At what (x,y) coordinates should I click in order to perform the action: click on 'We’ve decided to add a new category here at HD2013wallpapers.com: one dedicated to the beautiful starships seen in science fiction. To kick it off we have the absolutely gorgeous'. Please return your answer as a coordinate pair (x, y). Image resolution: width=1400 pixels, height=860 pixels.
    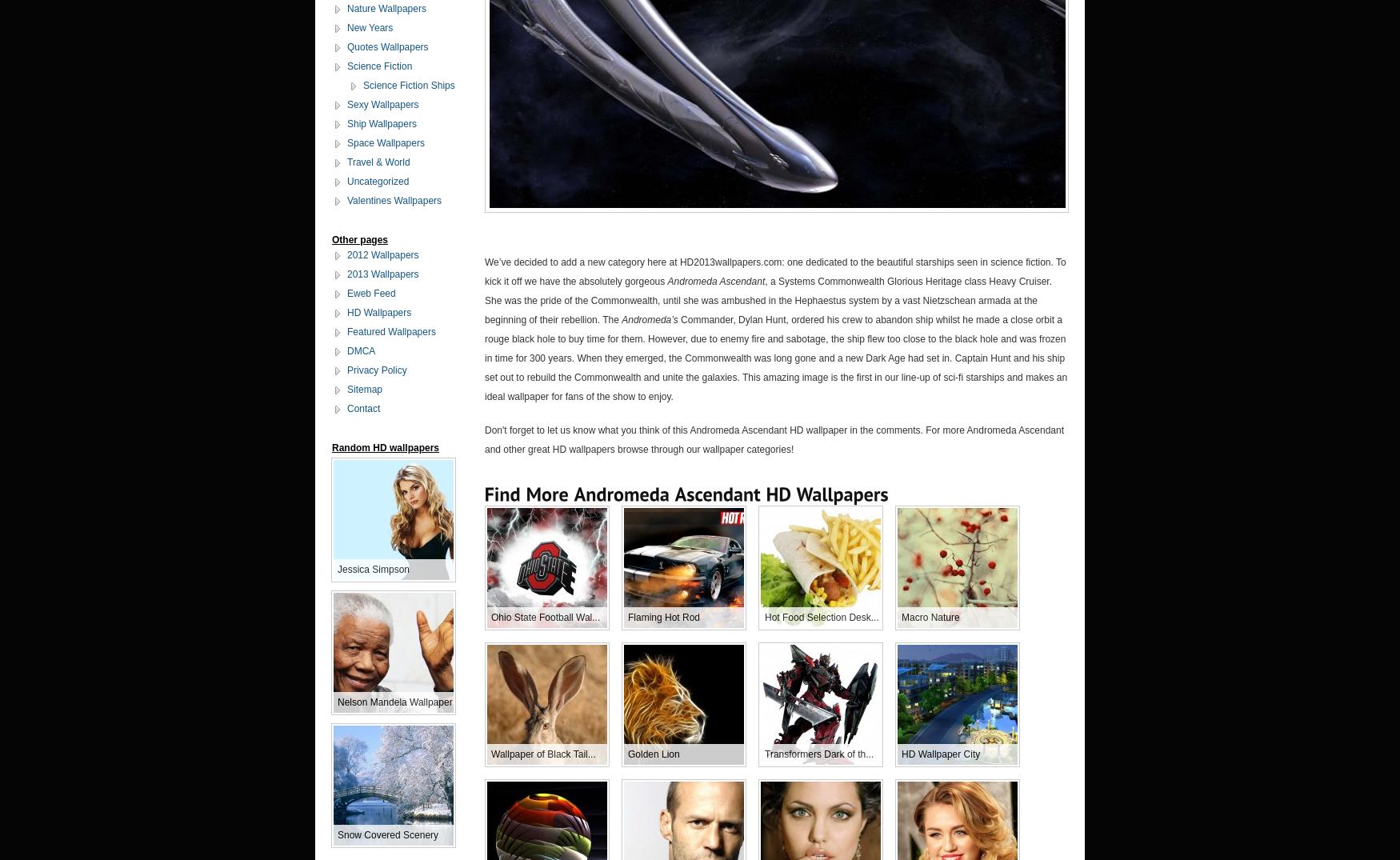
    Looking at the image, I should click on (774, 270).